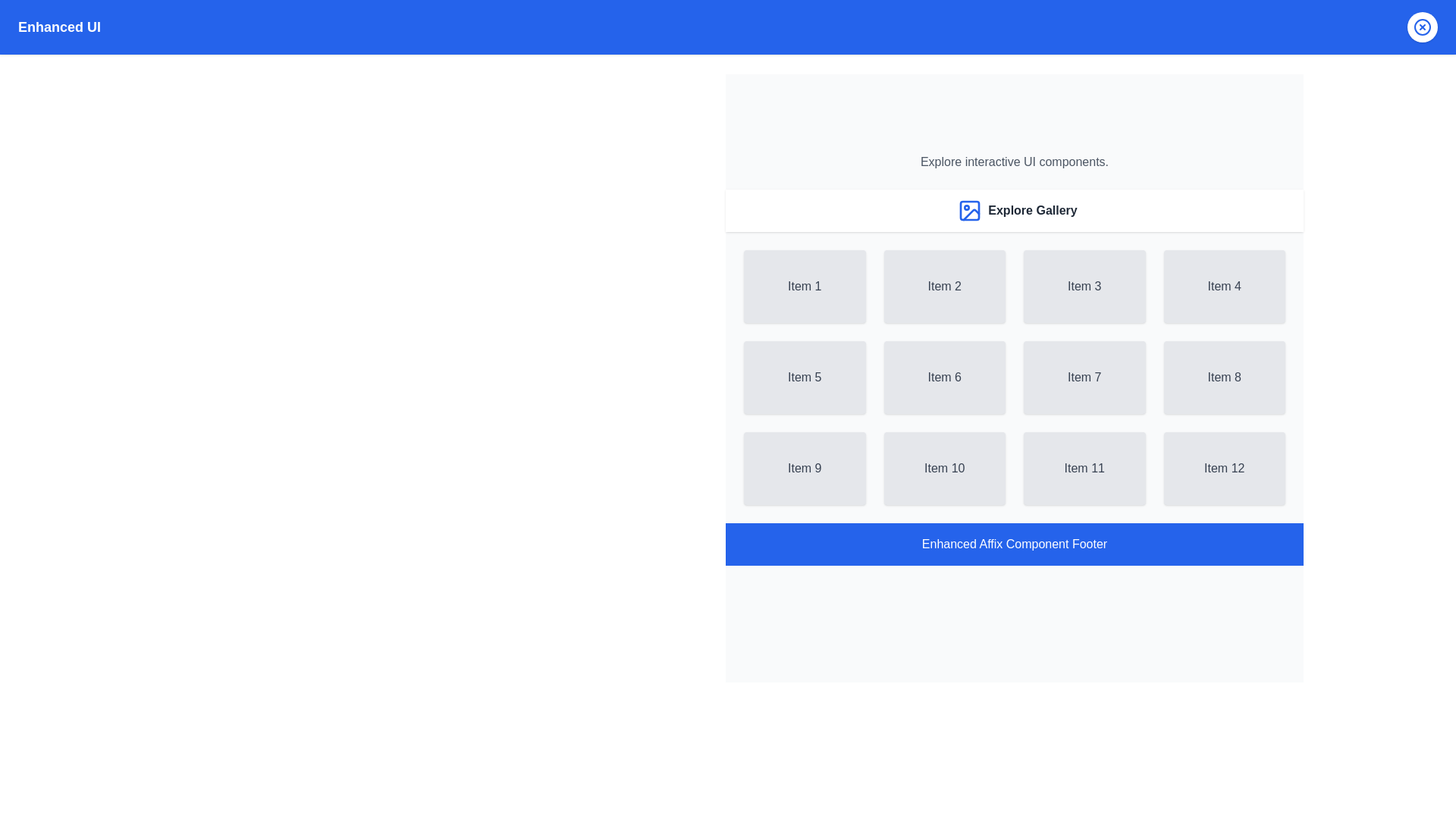 The width and height of the screenshot is (1456, 819). I want to click on the static text display component showcasing 'Item 8' located in the second row, fourth column of the grid layout, so click(1224, 376).